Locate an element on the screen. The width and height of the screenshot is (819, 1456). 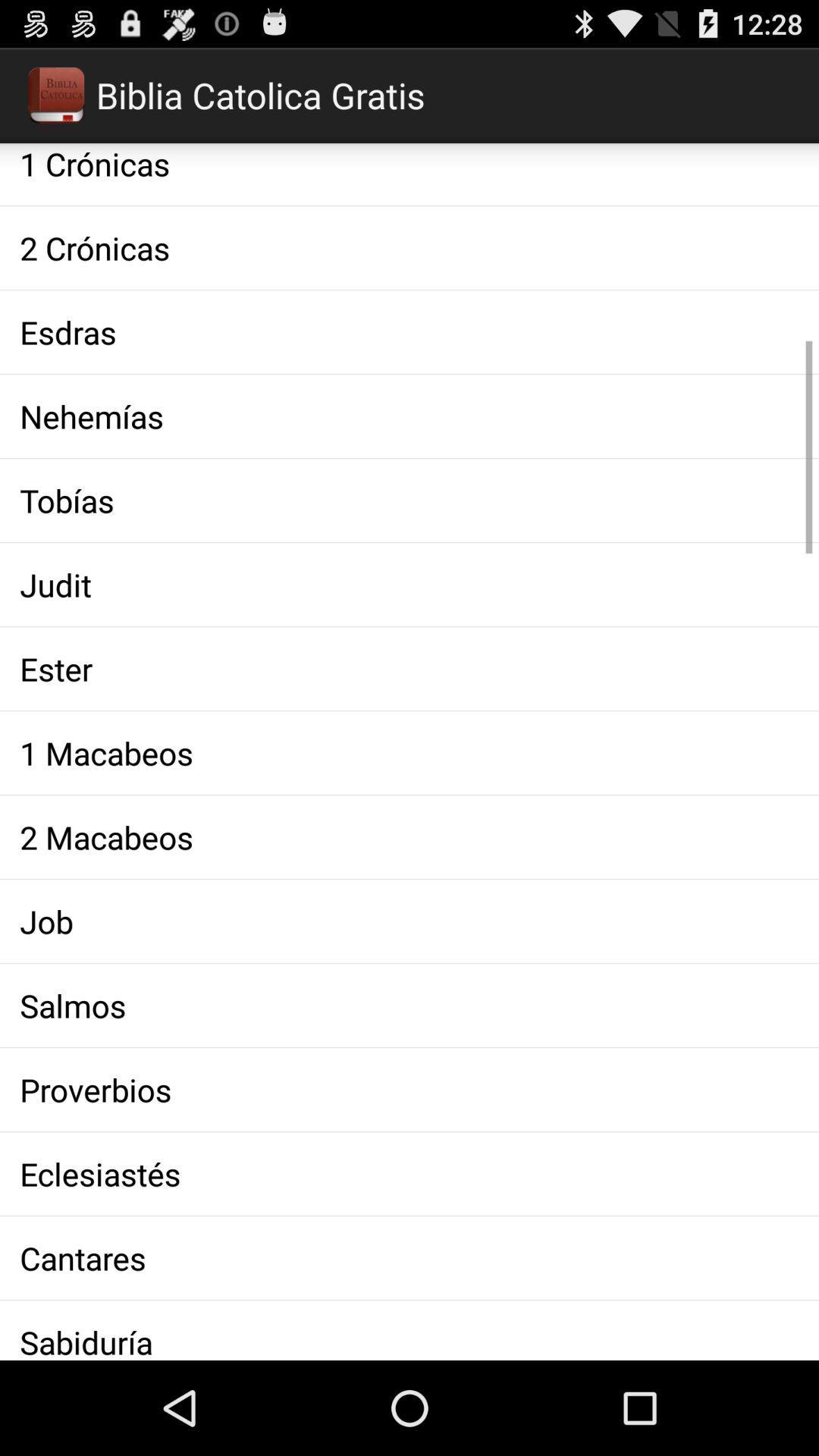
the app above the cantares app is located at coordinates (409, 1173).